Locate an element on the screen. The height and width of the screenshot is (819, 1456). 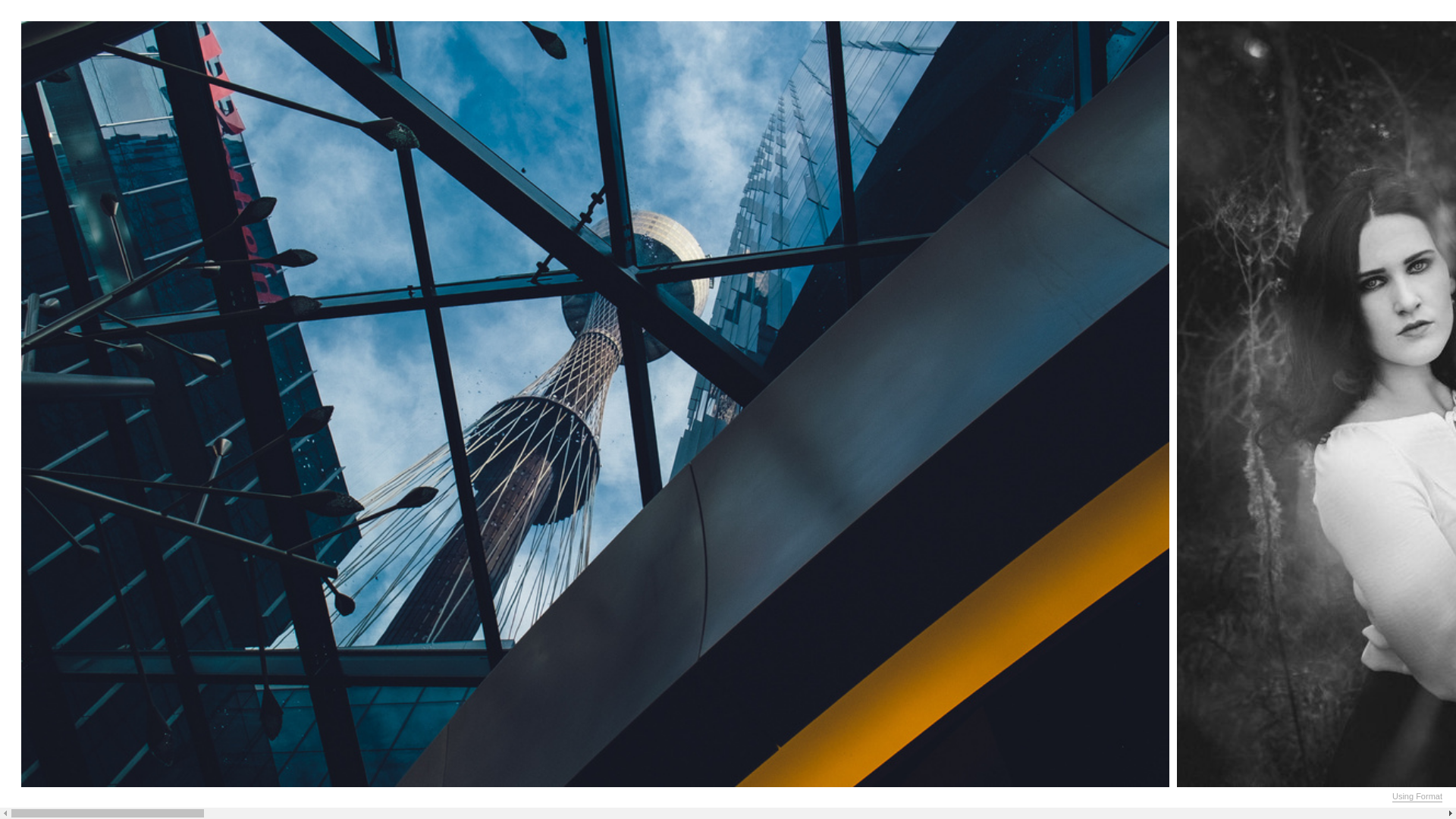
'Using Format' is located at coordinates (1416, 795).